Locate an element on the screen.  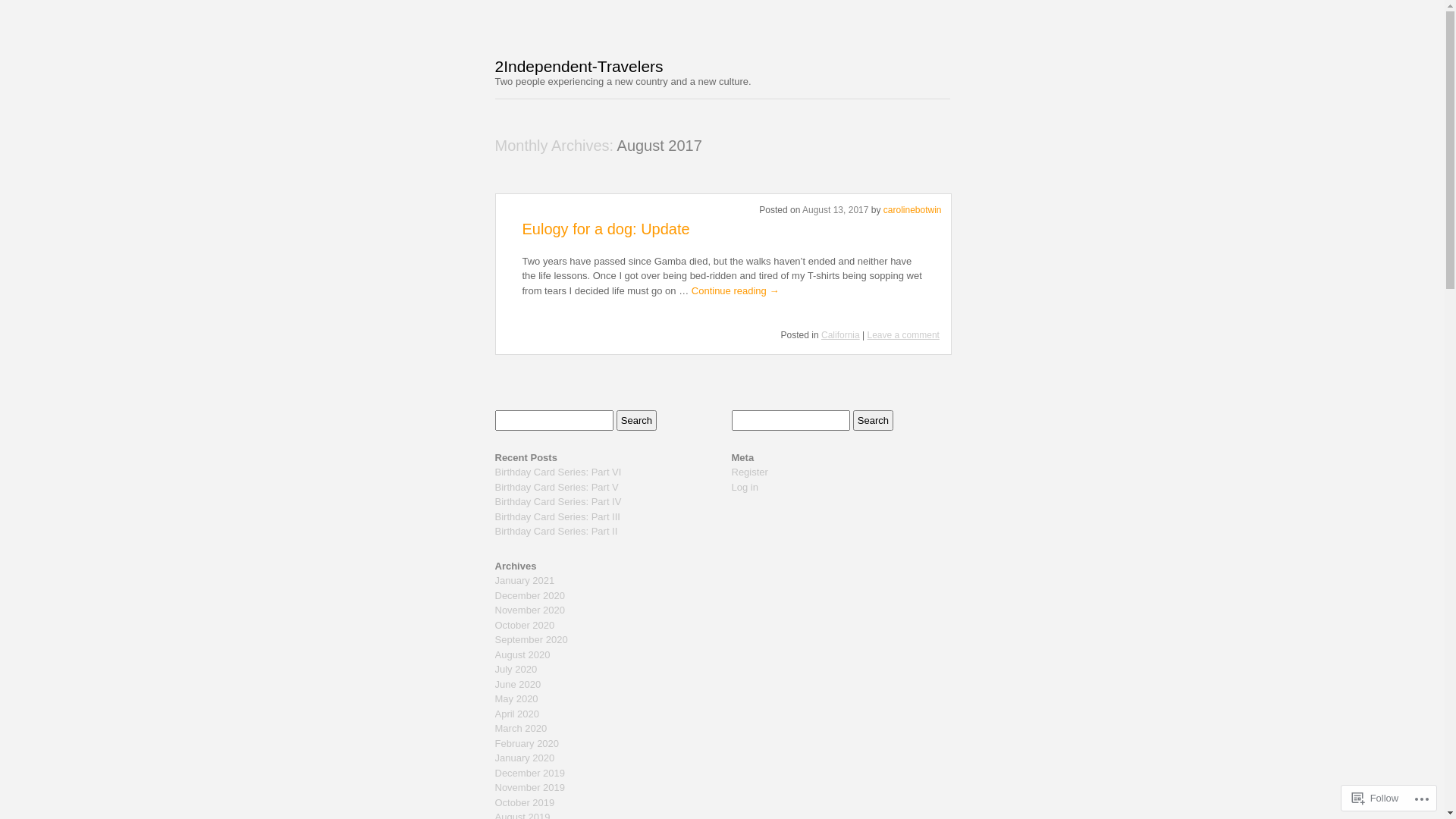
'Log in' is located at coordinates (744, 487).